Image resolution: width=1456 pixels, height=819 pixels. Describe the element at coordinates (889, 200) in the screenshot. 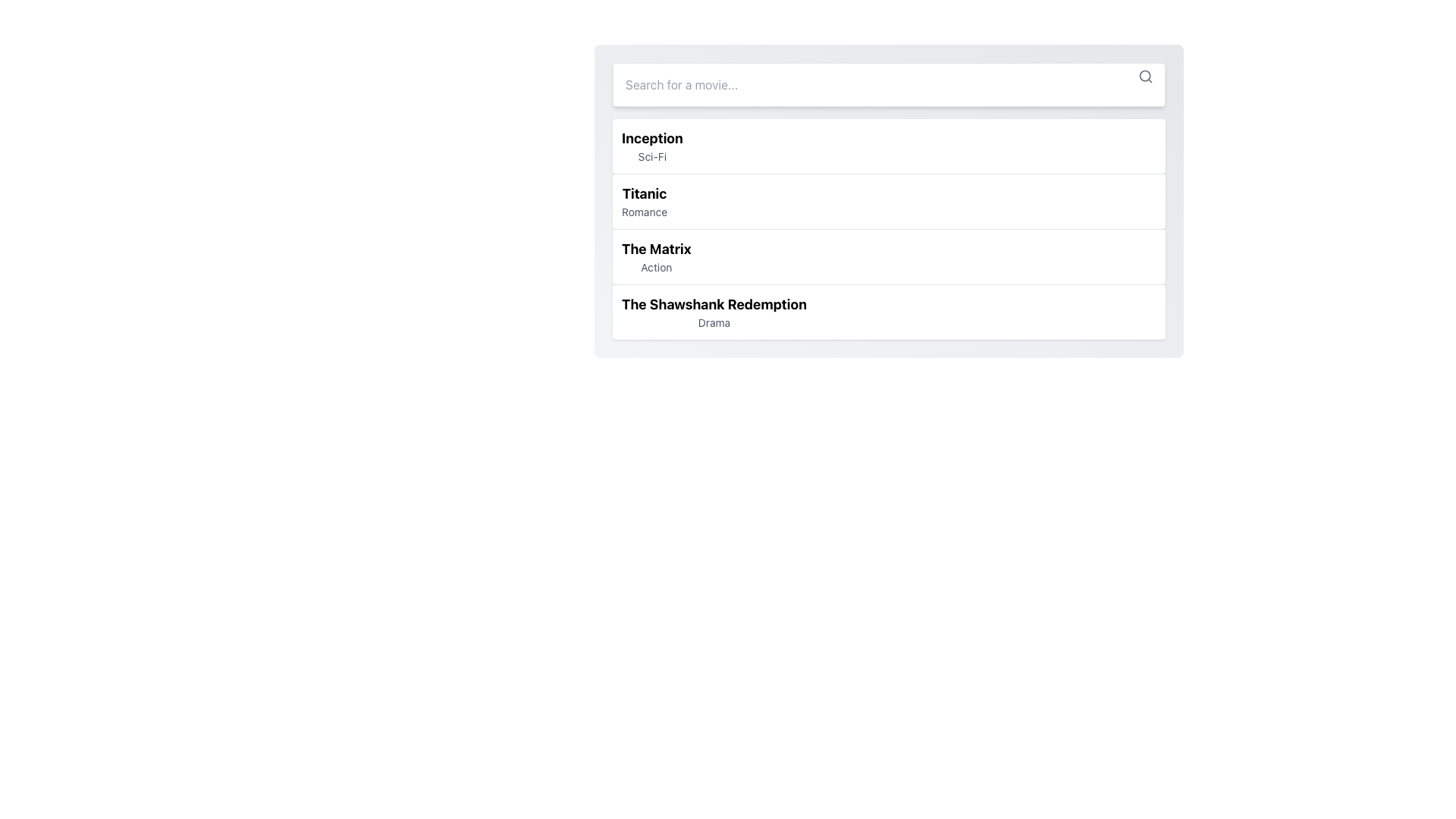

I see `the second list item displaying movie information for 'Titanic' in the vertically-stacked list` at that location.